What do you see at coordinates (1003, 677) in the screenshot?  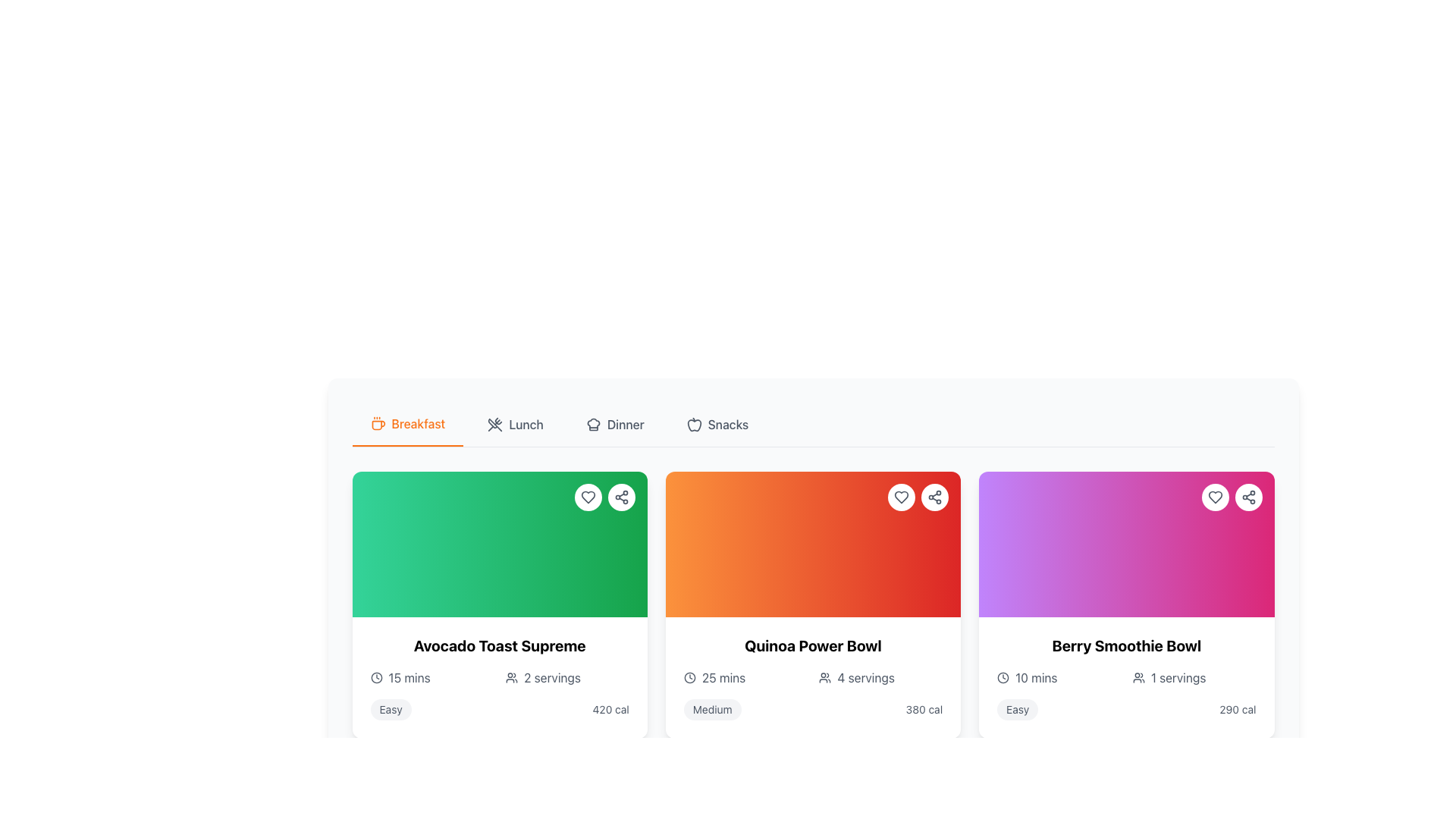 I see `the circular outline in the clock icon located in the top-right section of the 'Berry Smoothie Bowl' card` at bounding box center [1003, 677].